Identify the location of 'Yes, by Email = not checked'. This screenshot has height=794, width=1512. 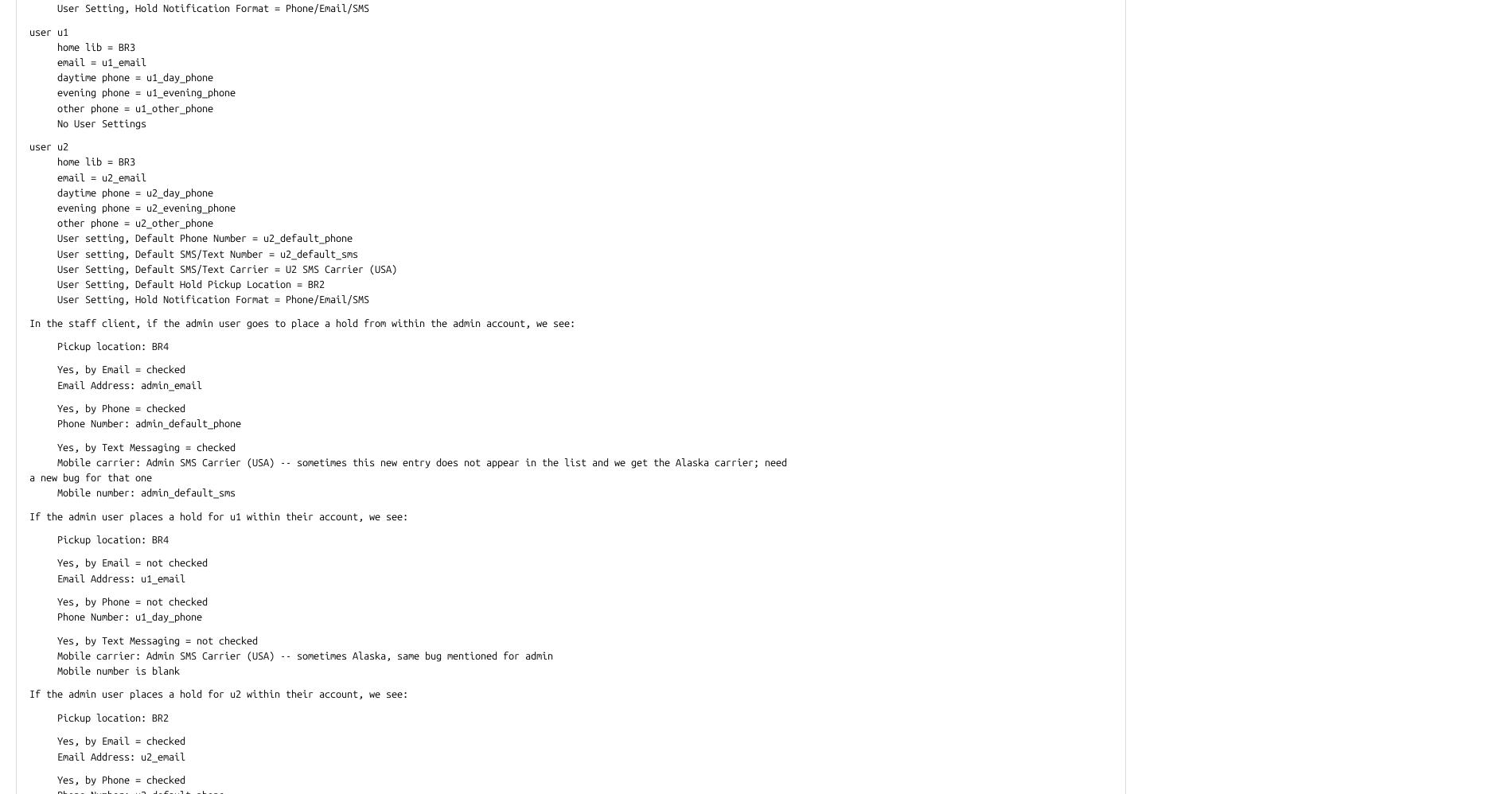
(118, 562).